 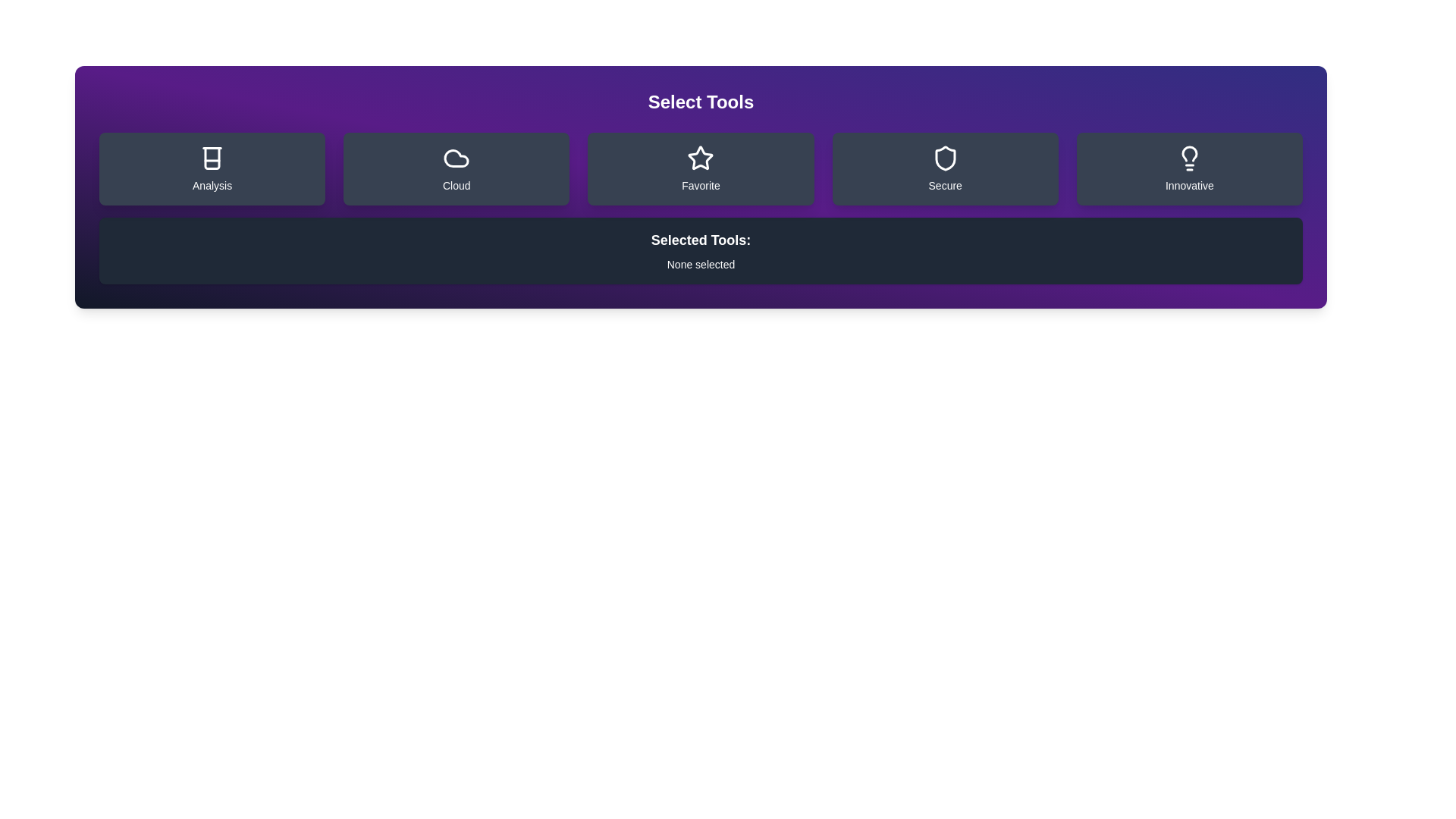 What do you see at coordinates (944, 158) in the screenshot?
I see `the shield icon located in the fourth button from the left in a series of five horizontally arranged buttons, positioned between the 'Favorite' and 'Innovative' buttons in the toolbar` at bounding box center [944, 158].